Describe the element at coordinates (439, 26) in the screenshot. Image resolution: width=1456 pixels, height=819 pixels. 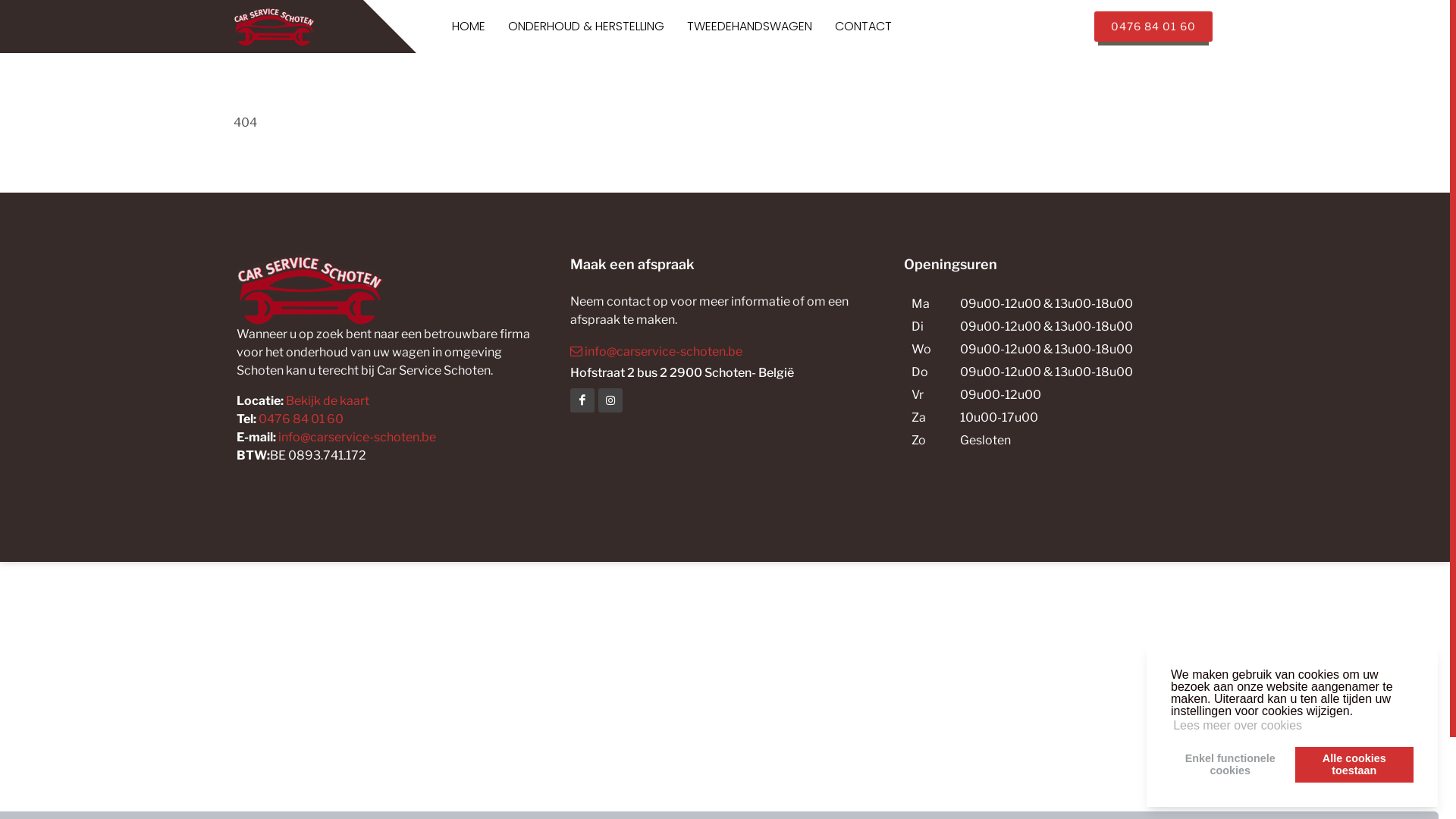
I see `'HOME'` at that location.